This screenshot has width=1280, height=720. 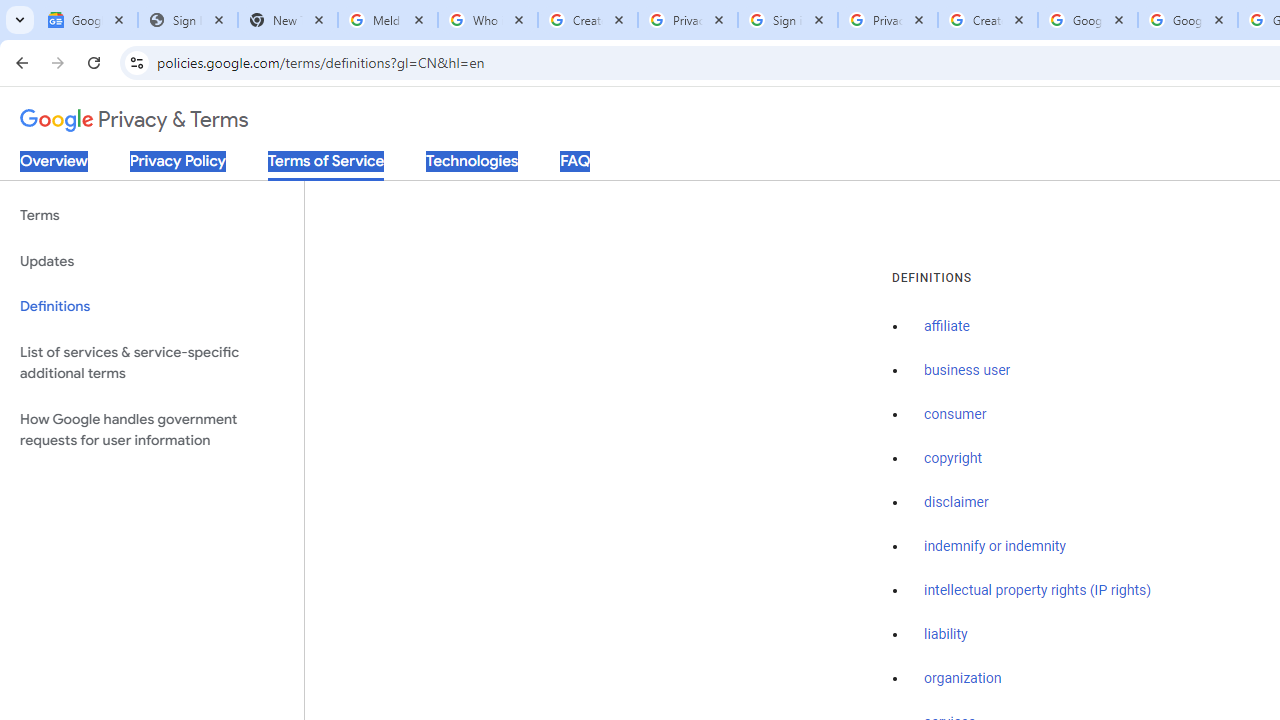 I want to click on 'consumer', so click(x=954, y=414).